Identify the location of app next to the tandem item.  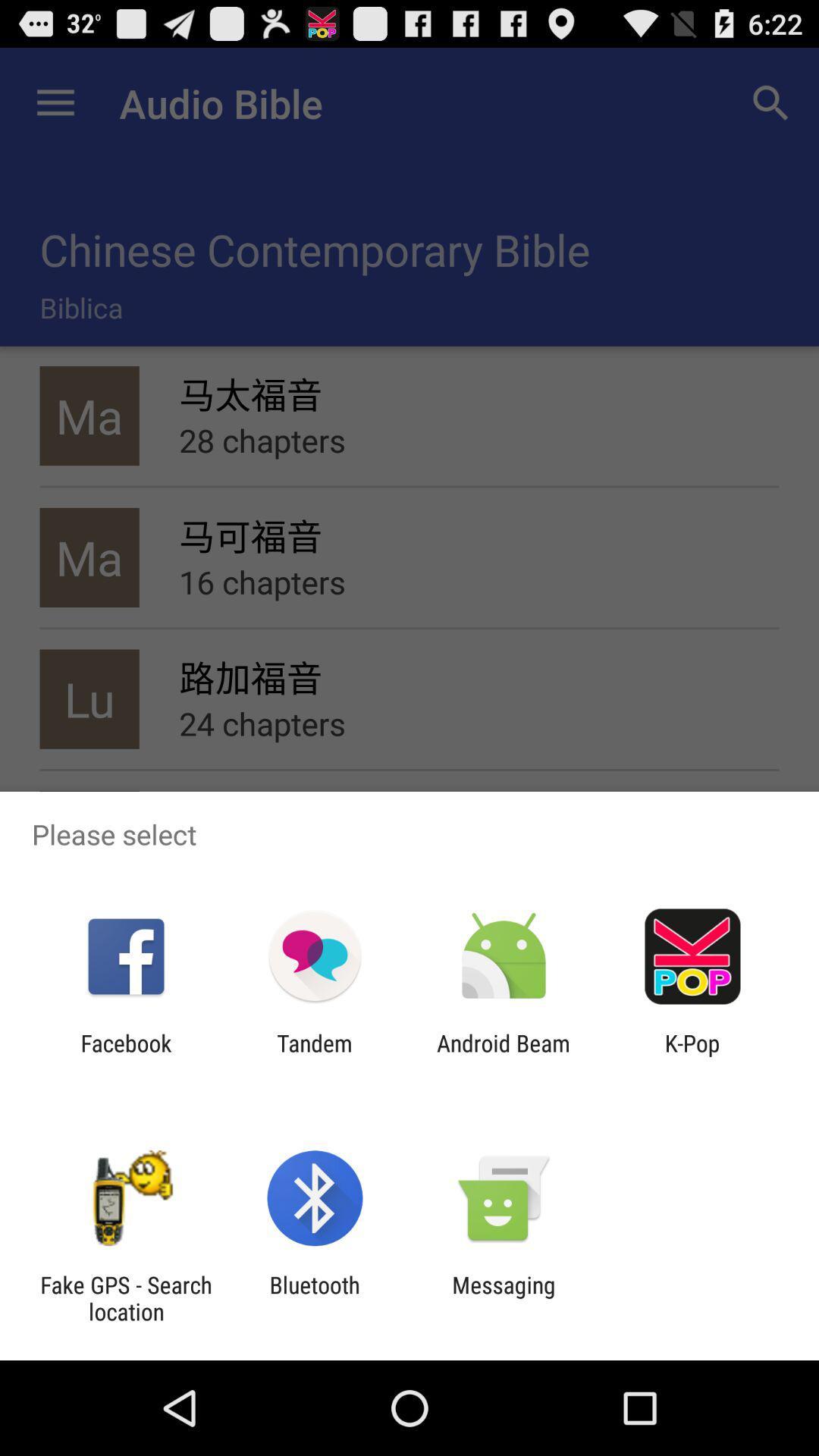
(504, 1056).